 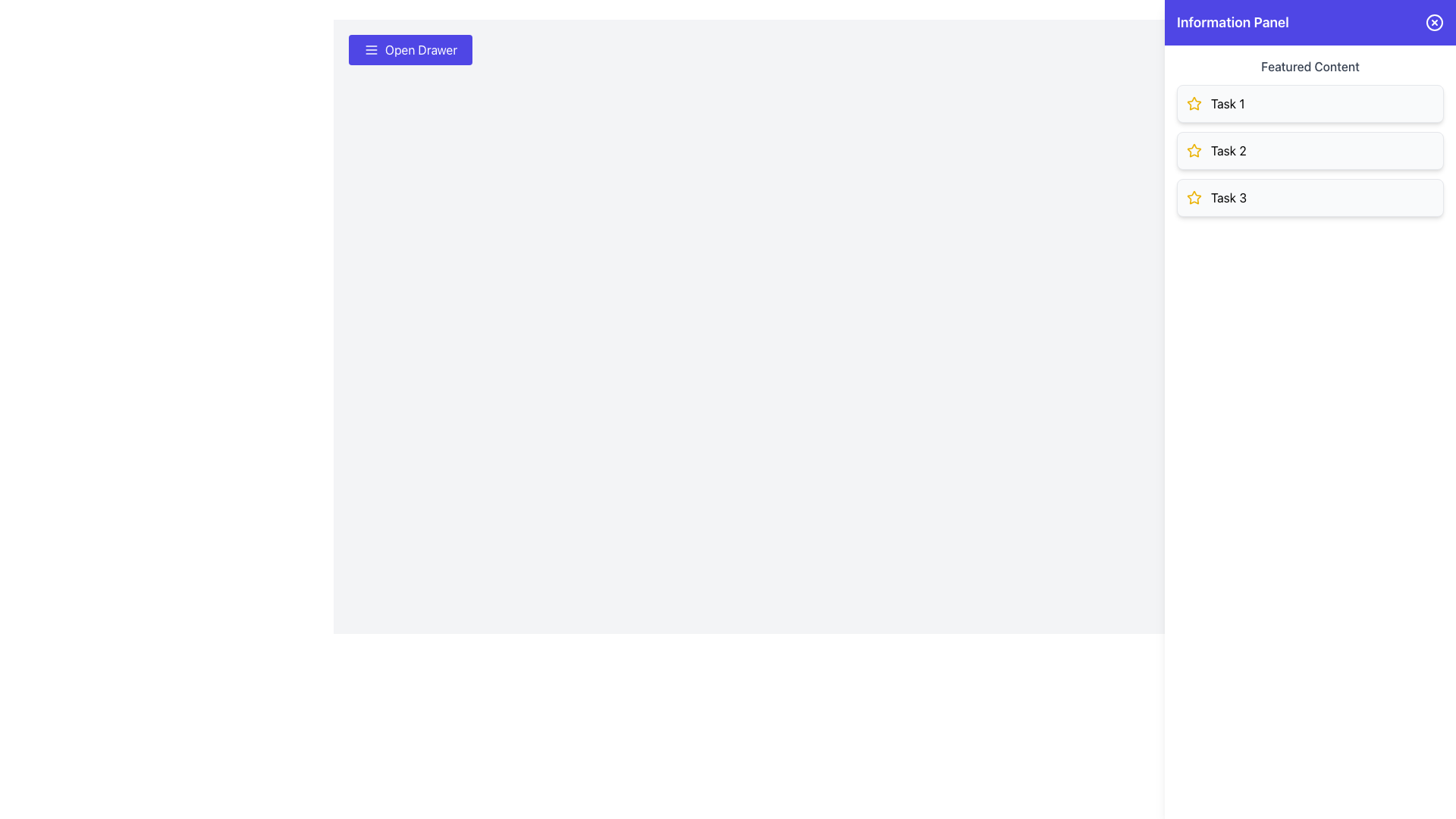 I want to click on the text label indicating a task in the second position of the 'Featured Content' section, located to the right of the yellow star icon, so click(x=1228, y=151).